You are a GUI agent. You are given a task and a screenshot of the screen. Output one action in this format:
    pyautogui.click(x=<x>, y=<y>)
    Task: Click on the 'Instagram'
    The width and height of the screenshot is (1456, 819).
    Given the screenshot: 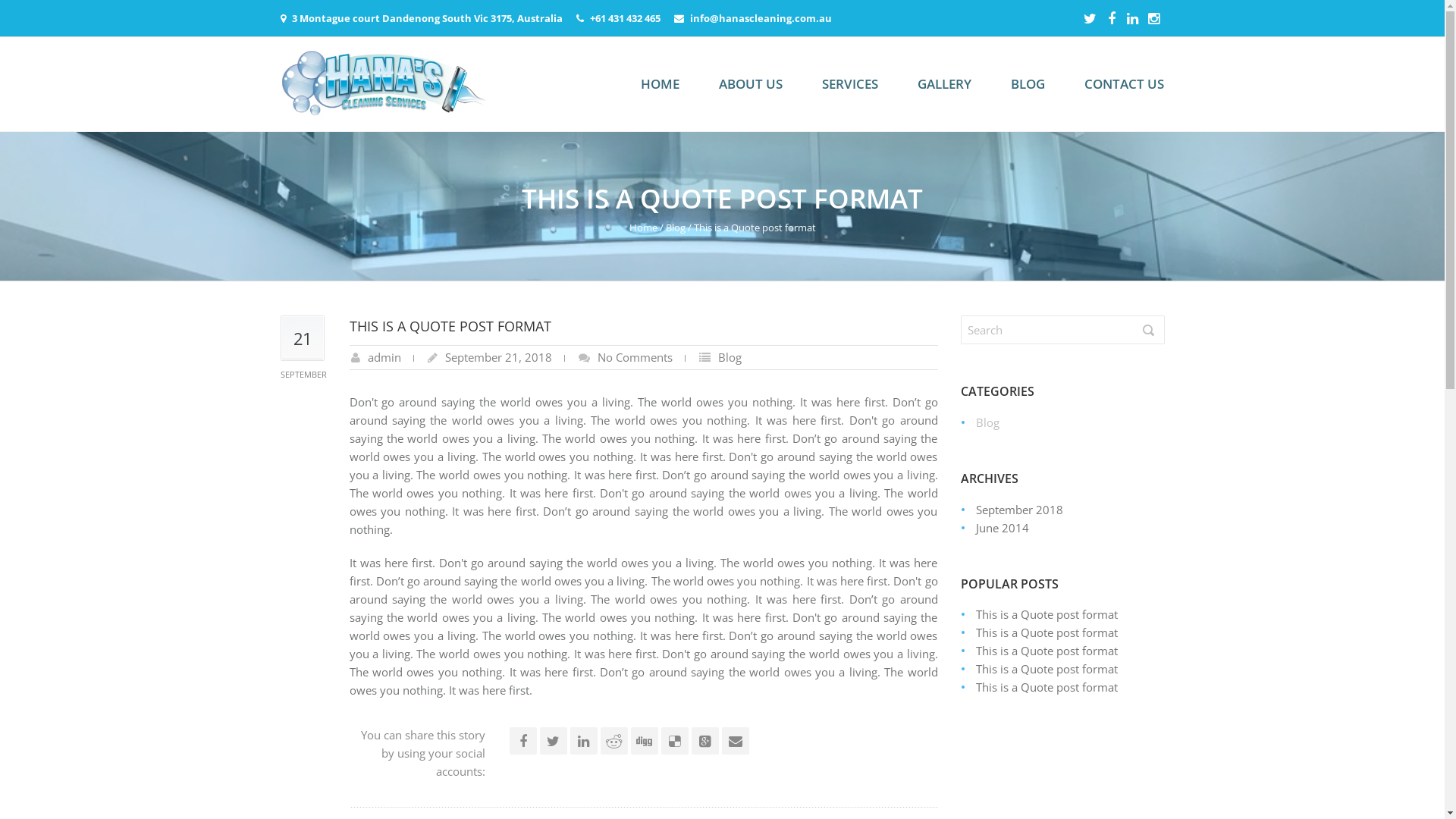 What is the action you would take?
    pyautogui.click(x=1153, y=17)
    